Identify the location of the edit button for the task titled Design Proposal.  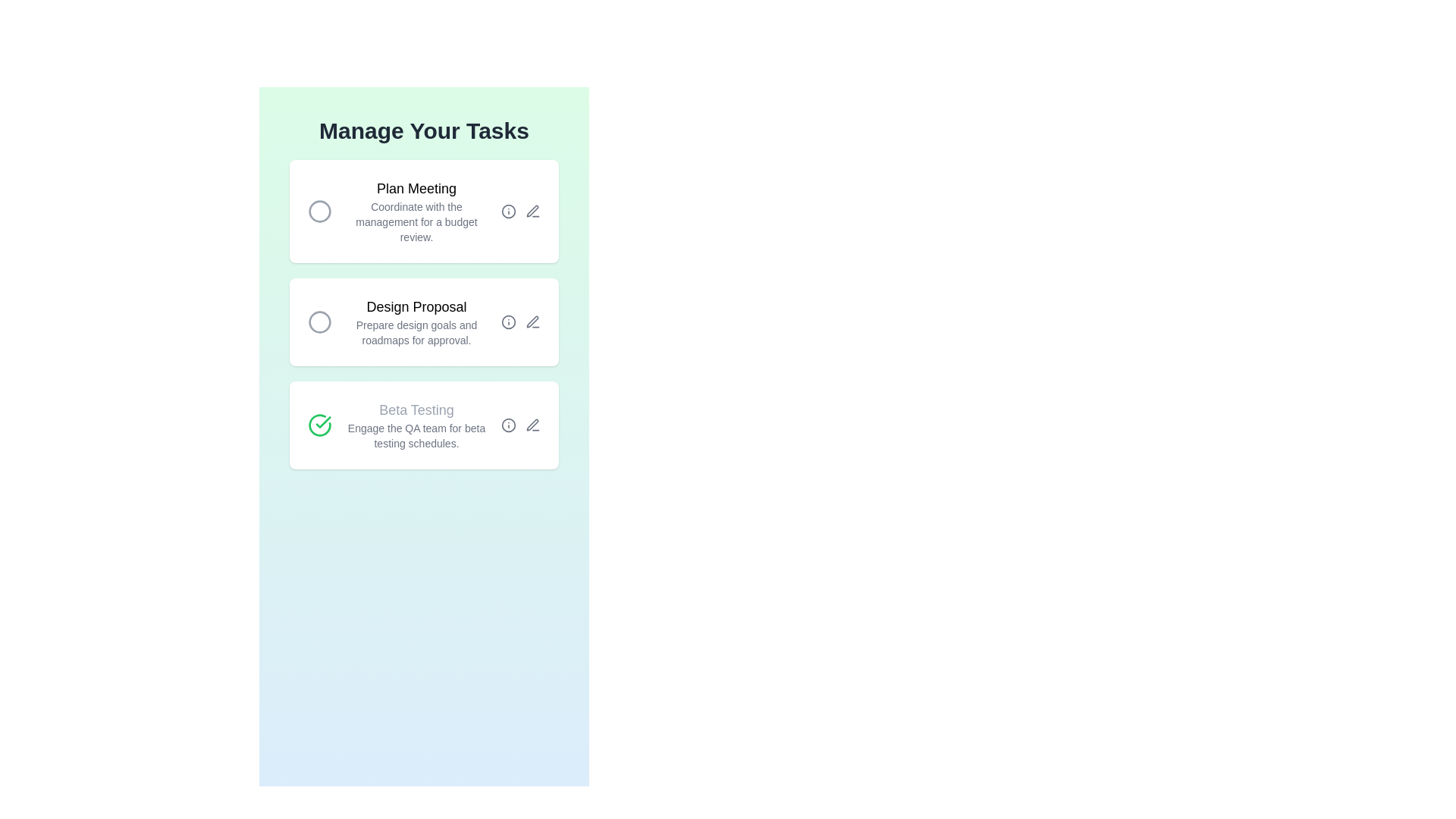
(532, 321).